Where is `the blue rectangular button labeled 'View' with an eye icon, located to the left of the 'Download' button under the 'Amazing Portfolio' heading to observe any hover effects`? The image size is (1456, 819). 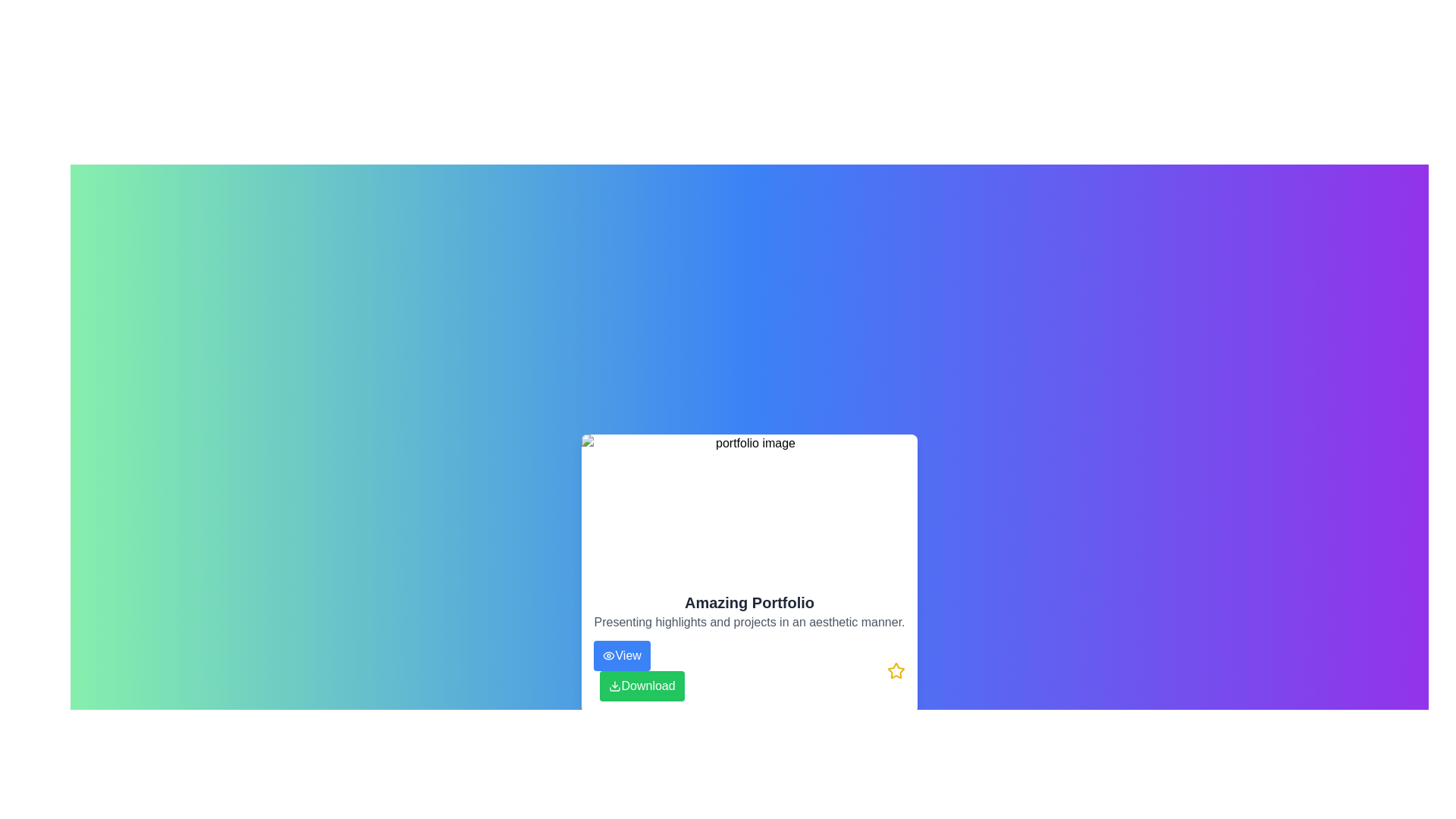 the blue rectangular button labeled 'View' with an eye icon, located to the left of the 'Download' button under the 'Amazing Portfolio' heading to observe any hover effects is located at coordinates (622, 654).